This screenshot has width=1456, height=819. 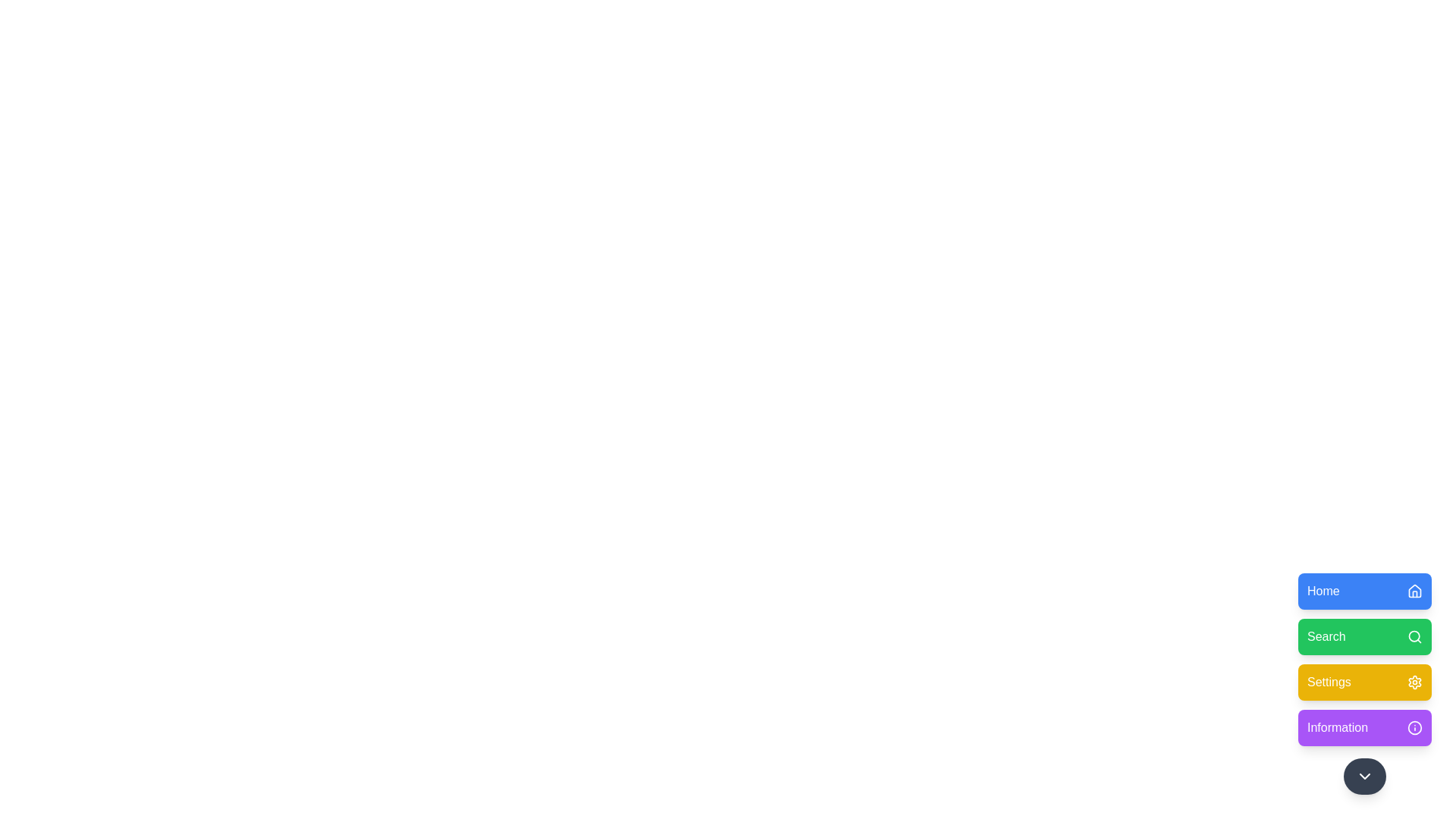 What do you see at coordinates (1365, 590) in the screenshot?
I see `the menu option Home from the floating menu` at bounding box center [1365, 590].